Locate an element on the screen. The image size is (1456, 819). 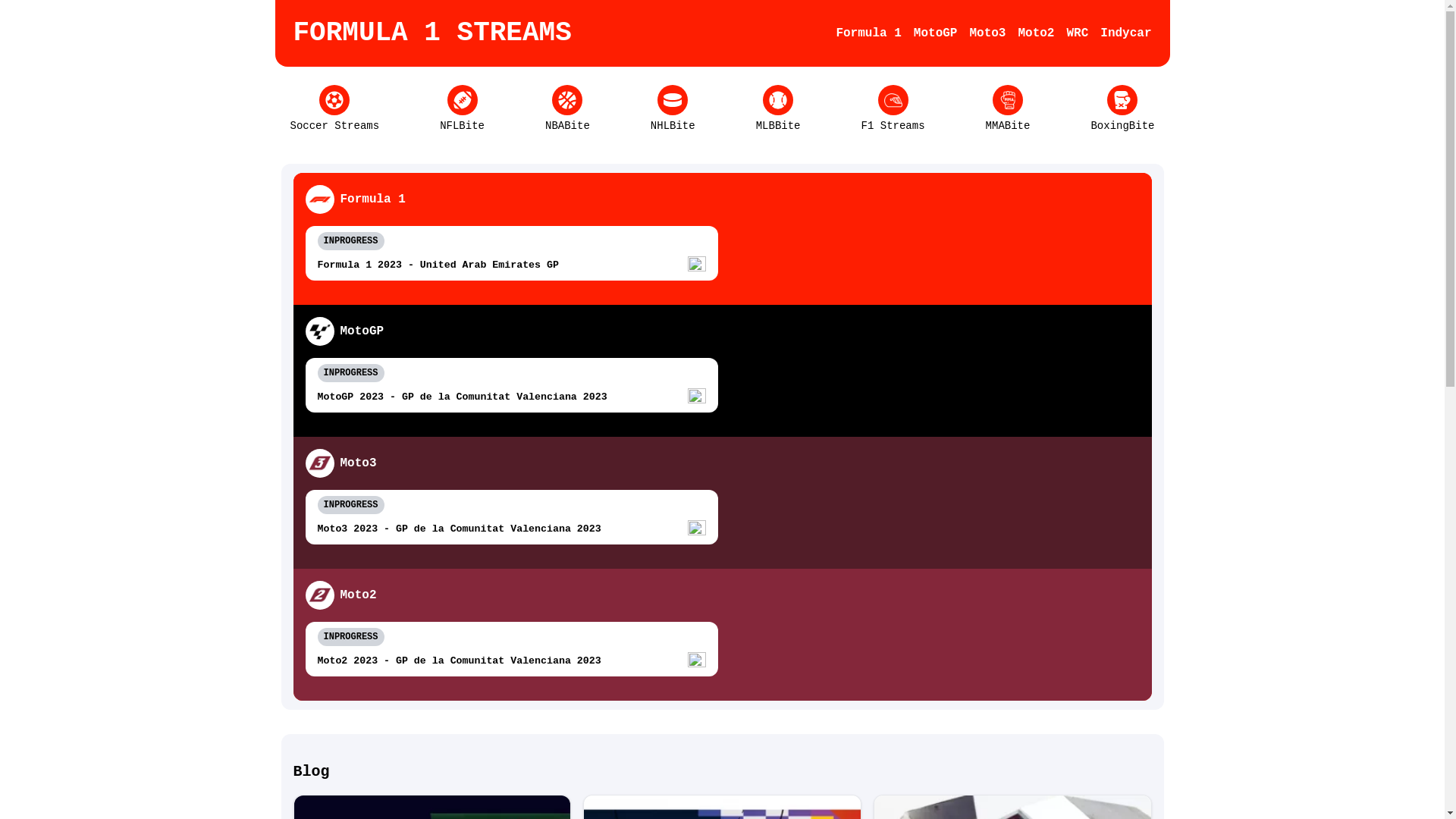
'NFLBite' is located at coordinates (432, 108).